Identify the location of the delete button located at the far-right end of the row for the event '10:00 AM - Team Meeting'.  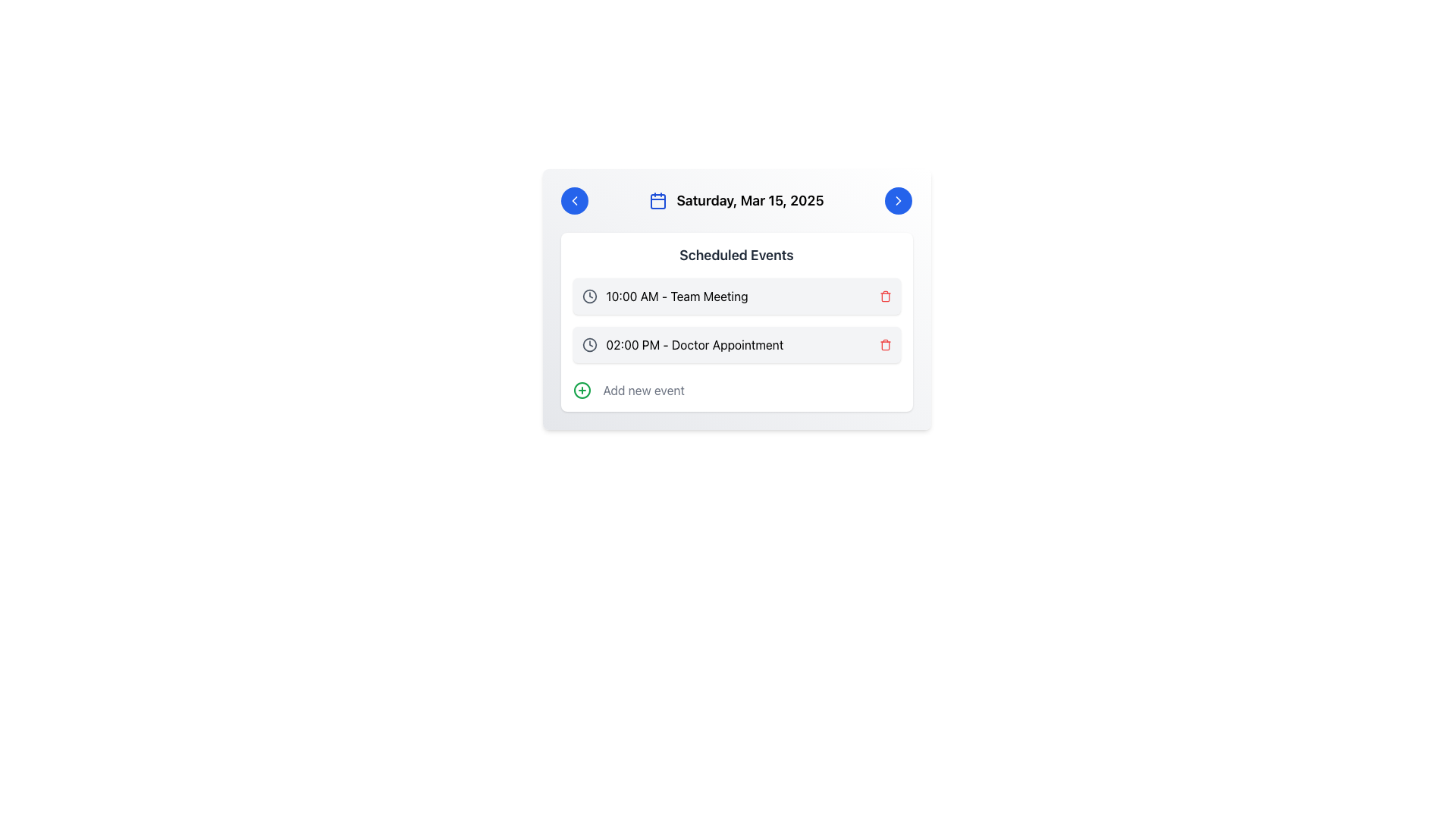
(885, 296).